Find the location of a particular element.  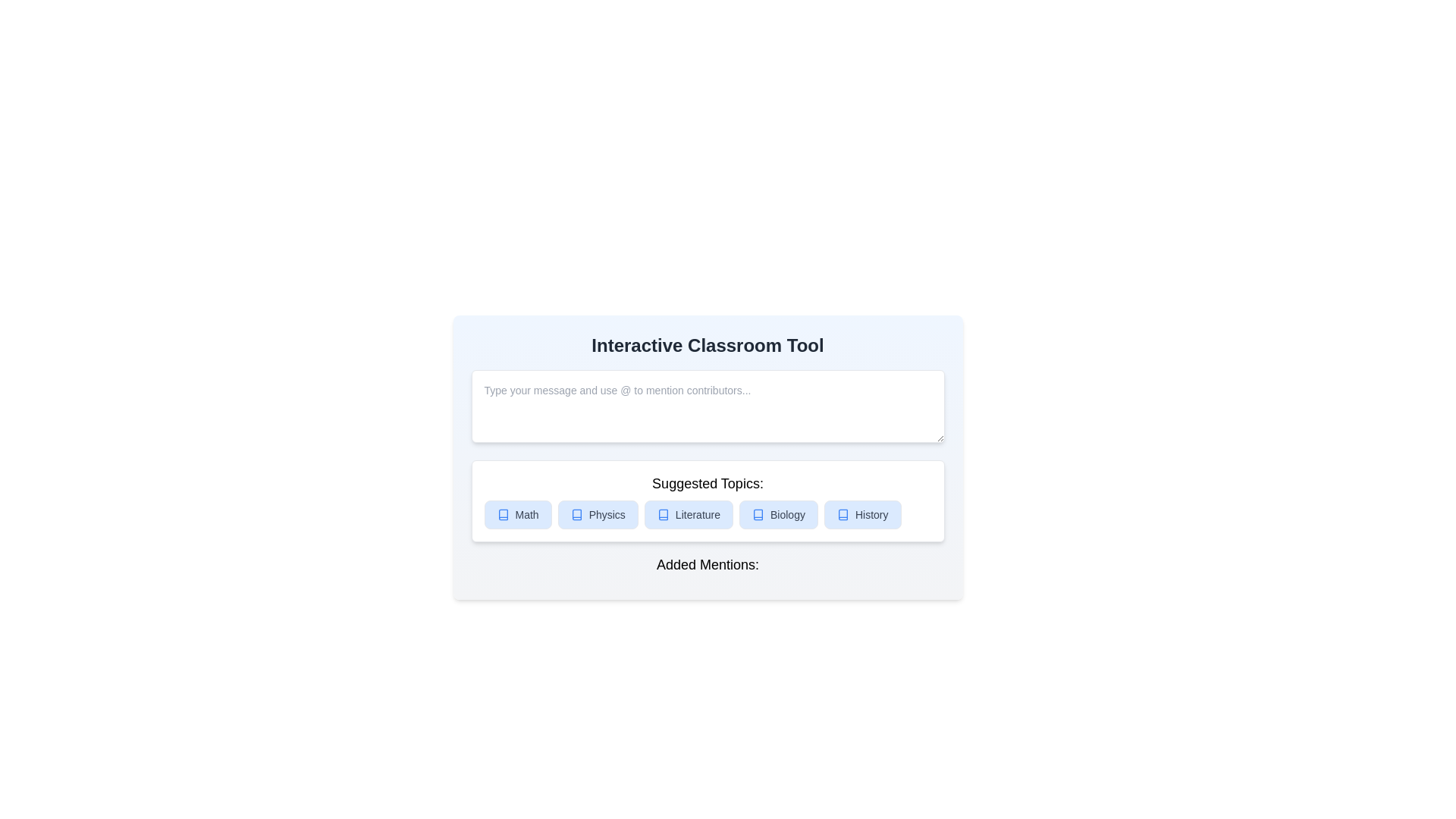

the small blue book icon located to the left of the 'Literature' label within the suggested topics section of the UI is located at coordinates (663, 513).